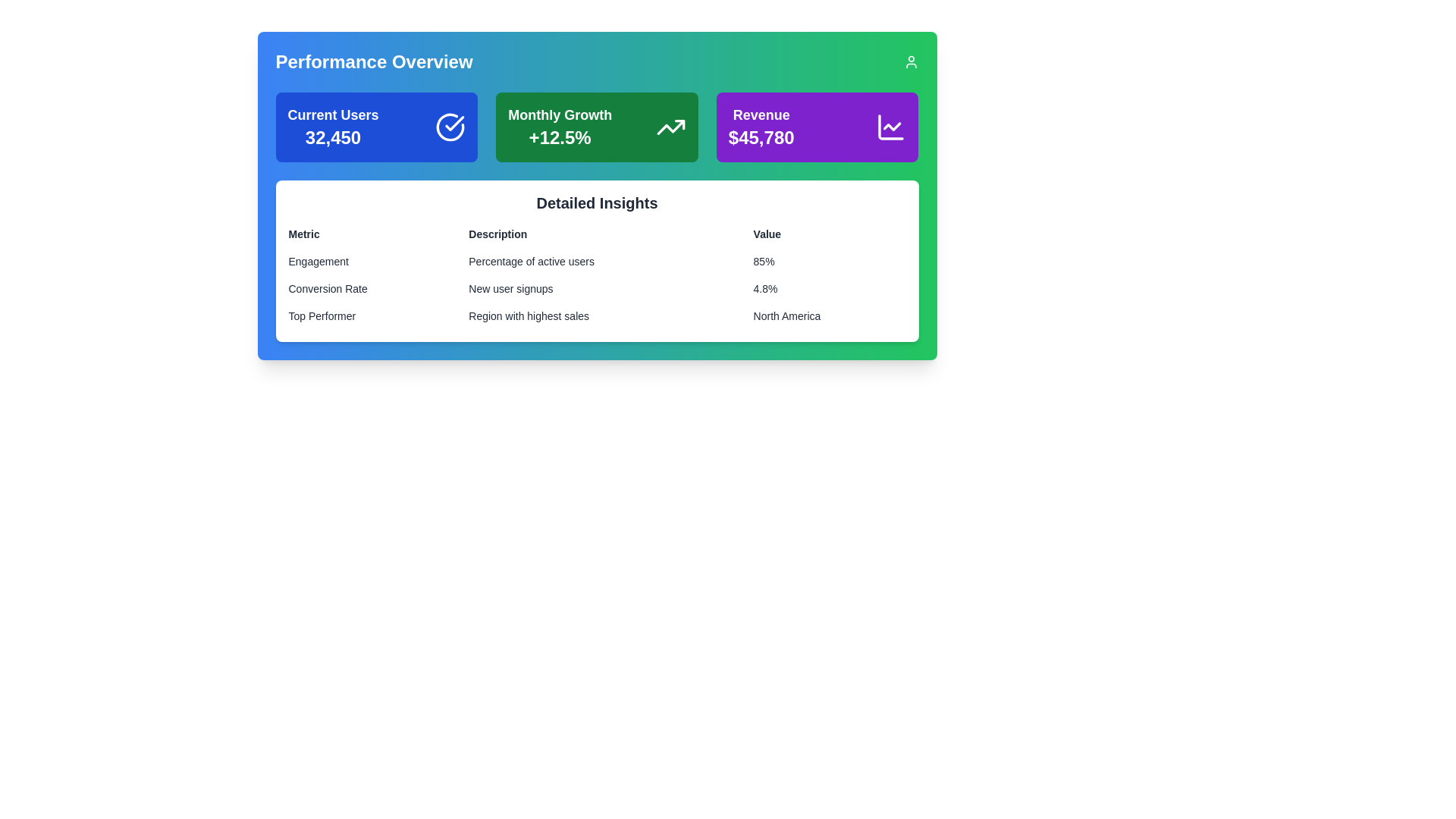  Describe the element at coordinates (596, 260) in the screenshot. I see `the first row in the detailed insights section under the 'Performance Overview' header, which presents the percentage of active users` at that location.